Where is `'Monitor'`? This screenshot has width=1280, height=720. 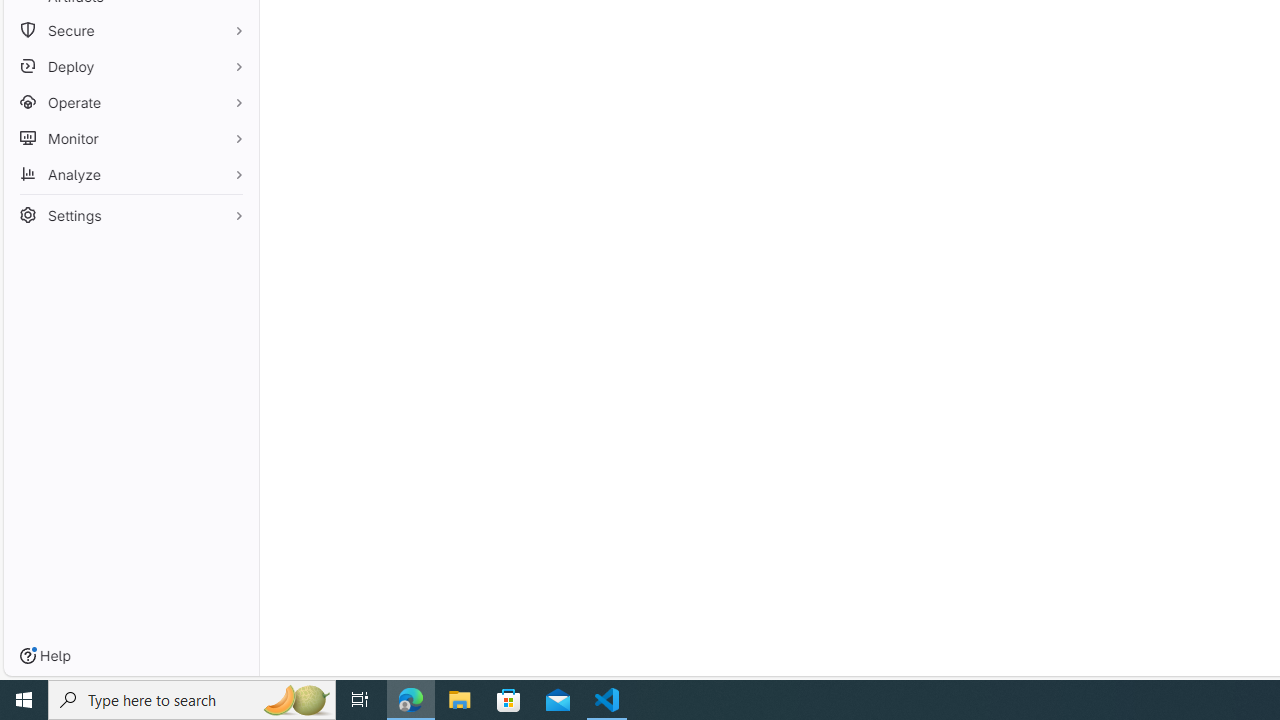
'Monitor' is located at coordinates (130, 137).